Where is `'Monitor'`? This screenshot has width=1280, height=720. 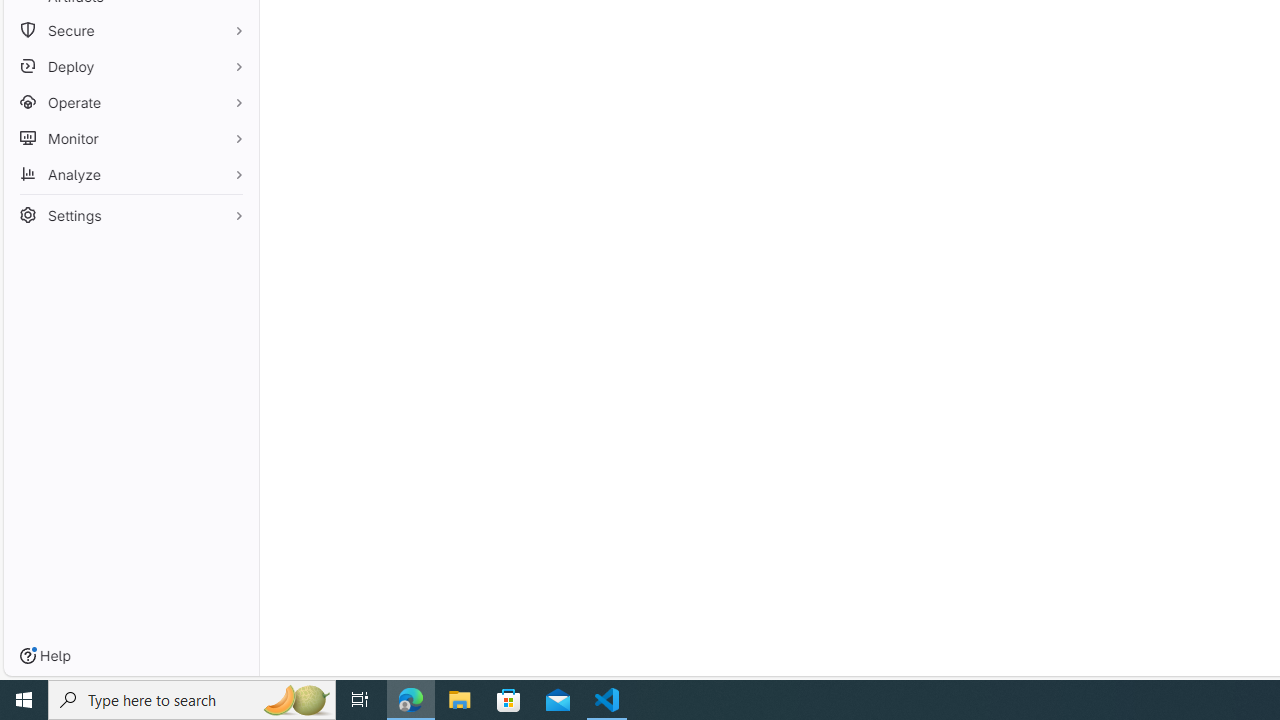
'Monitor' is located at coordinates (130, 137).